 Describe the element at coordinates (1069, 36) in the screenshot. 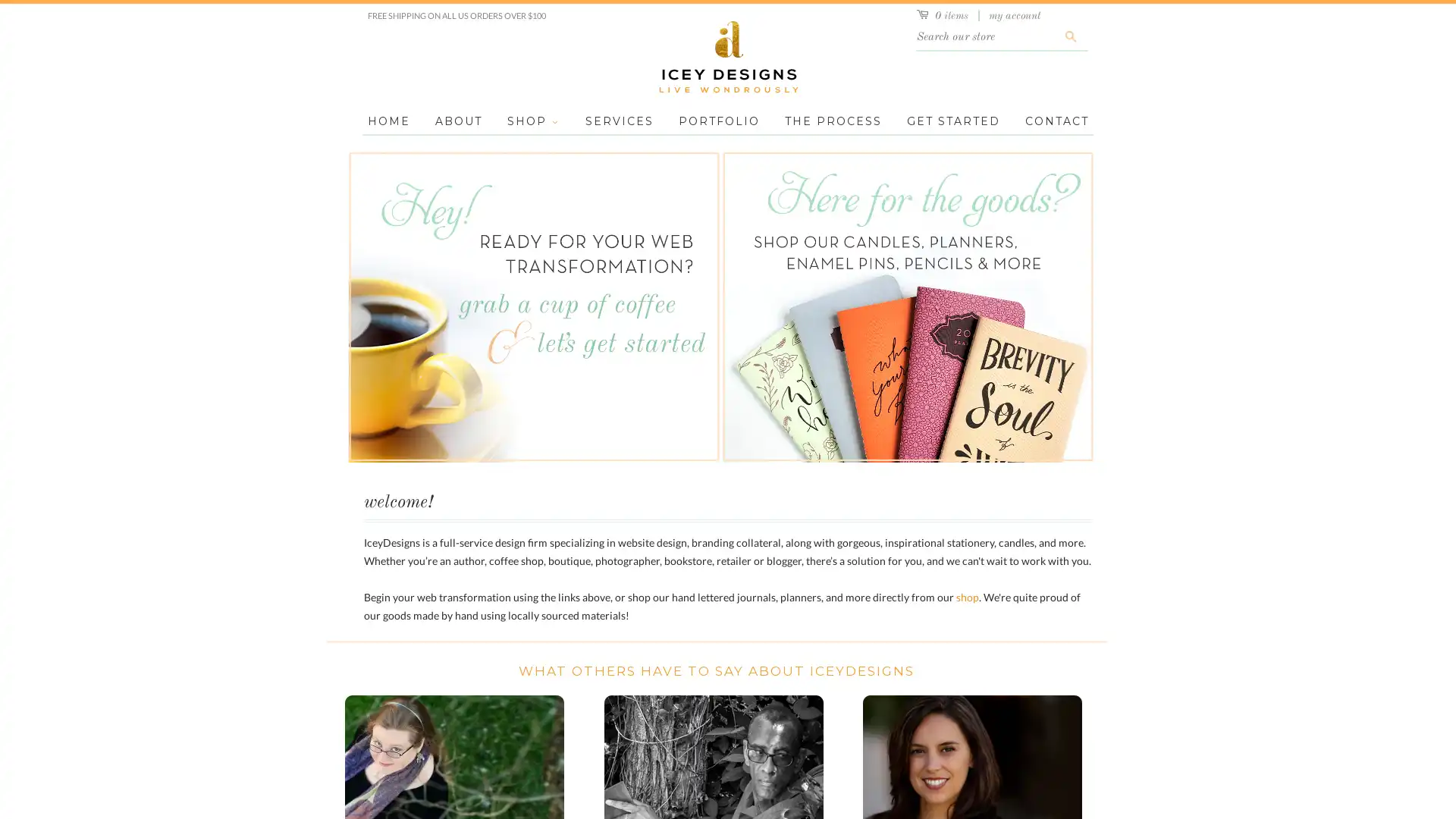

I see `Search` at that location.